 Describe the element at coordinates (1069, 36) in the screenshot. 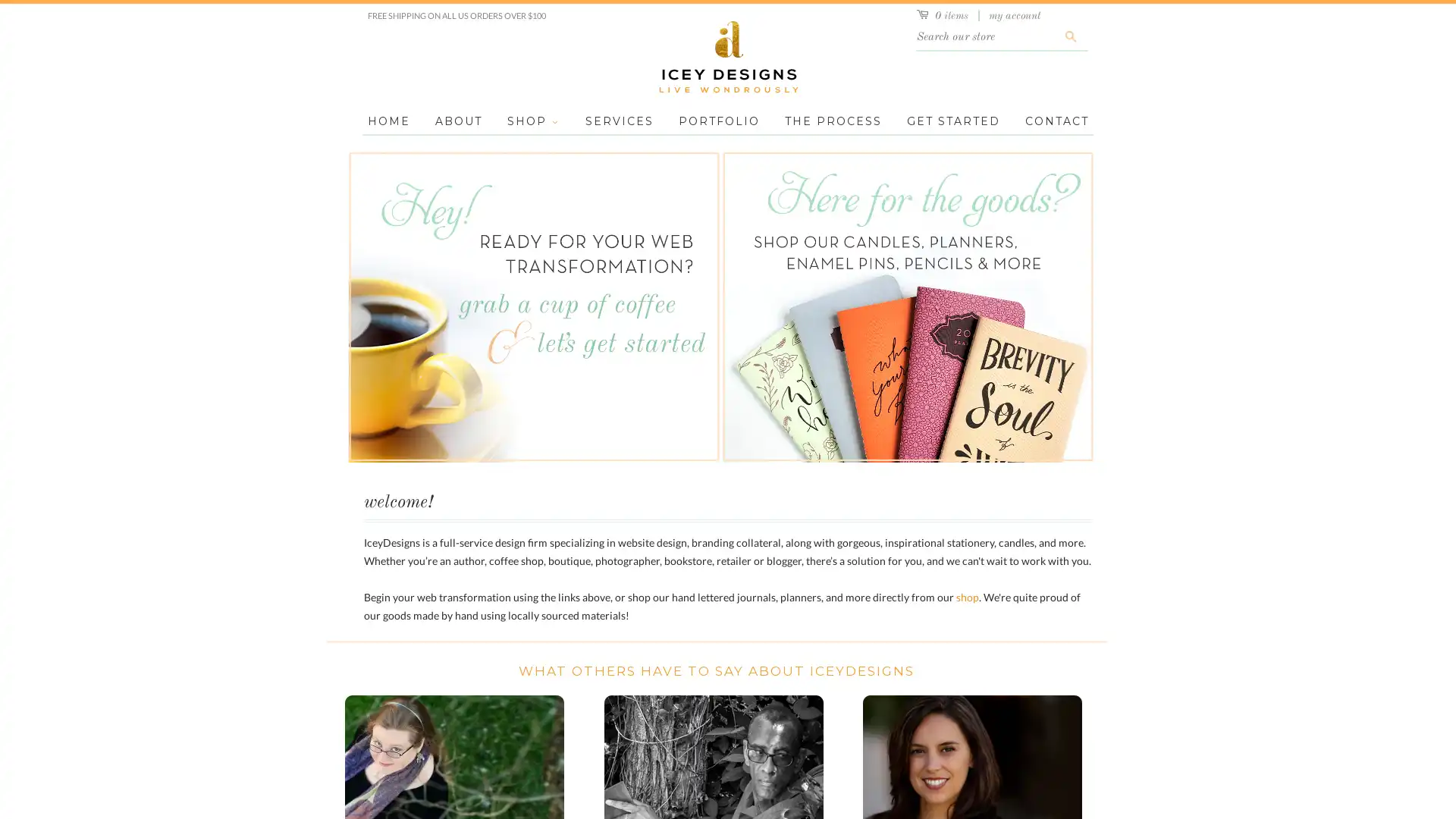

I see `Search` at that location.